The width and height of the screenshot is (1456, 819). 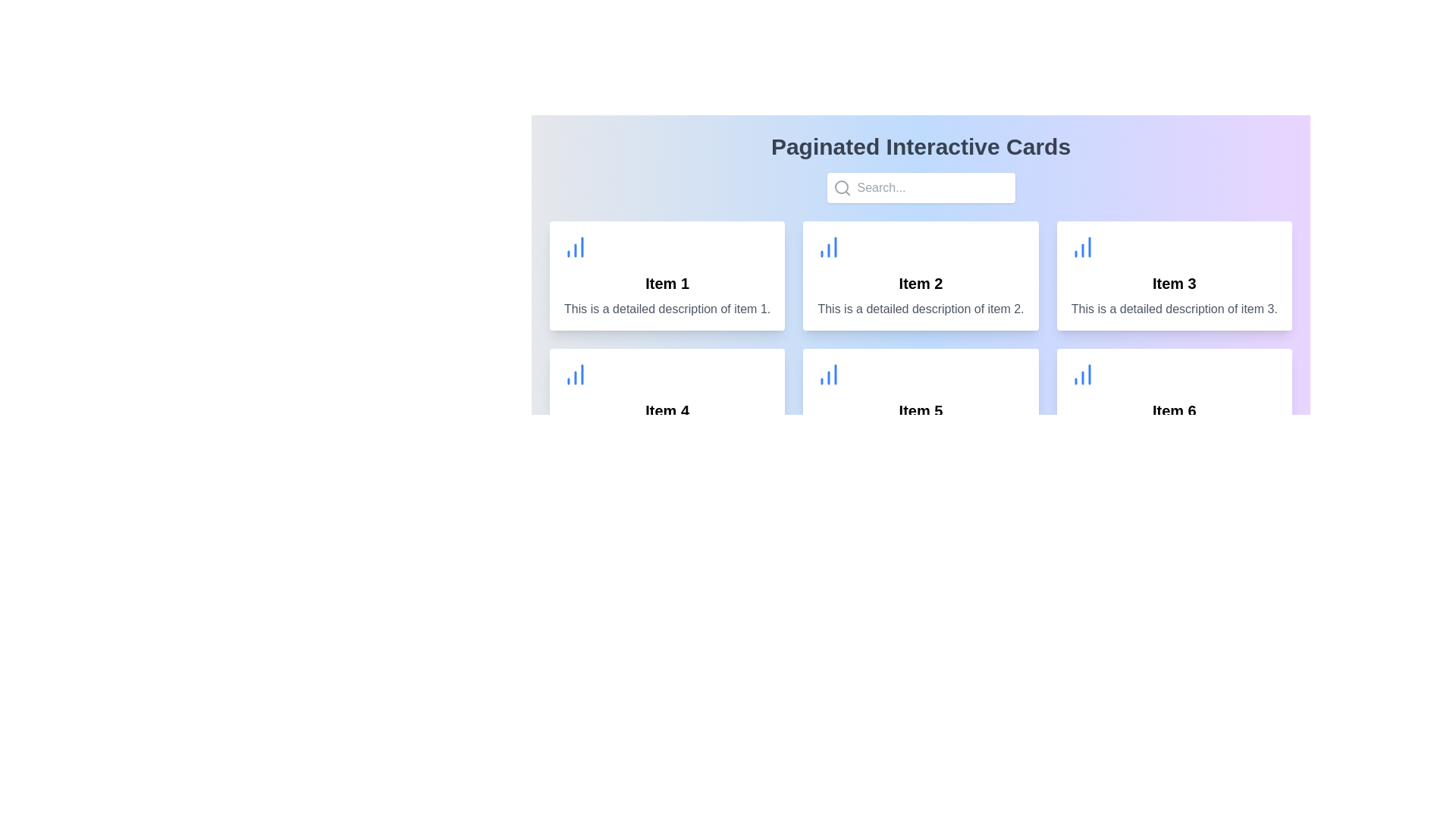 I want to click on text content of the title label located in the lower-right card of the grid layout, positioned below an icon and above descriptive text, so click(x=1173, y=411).